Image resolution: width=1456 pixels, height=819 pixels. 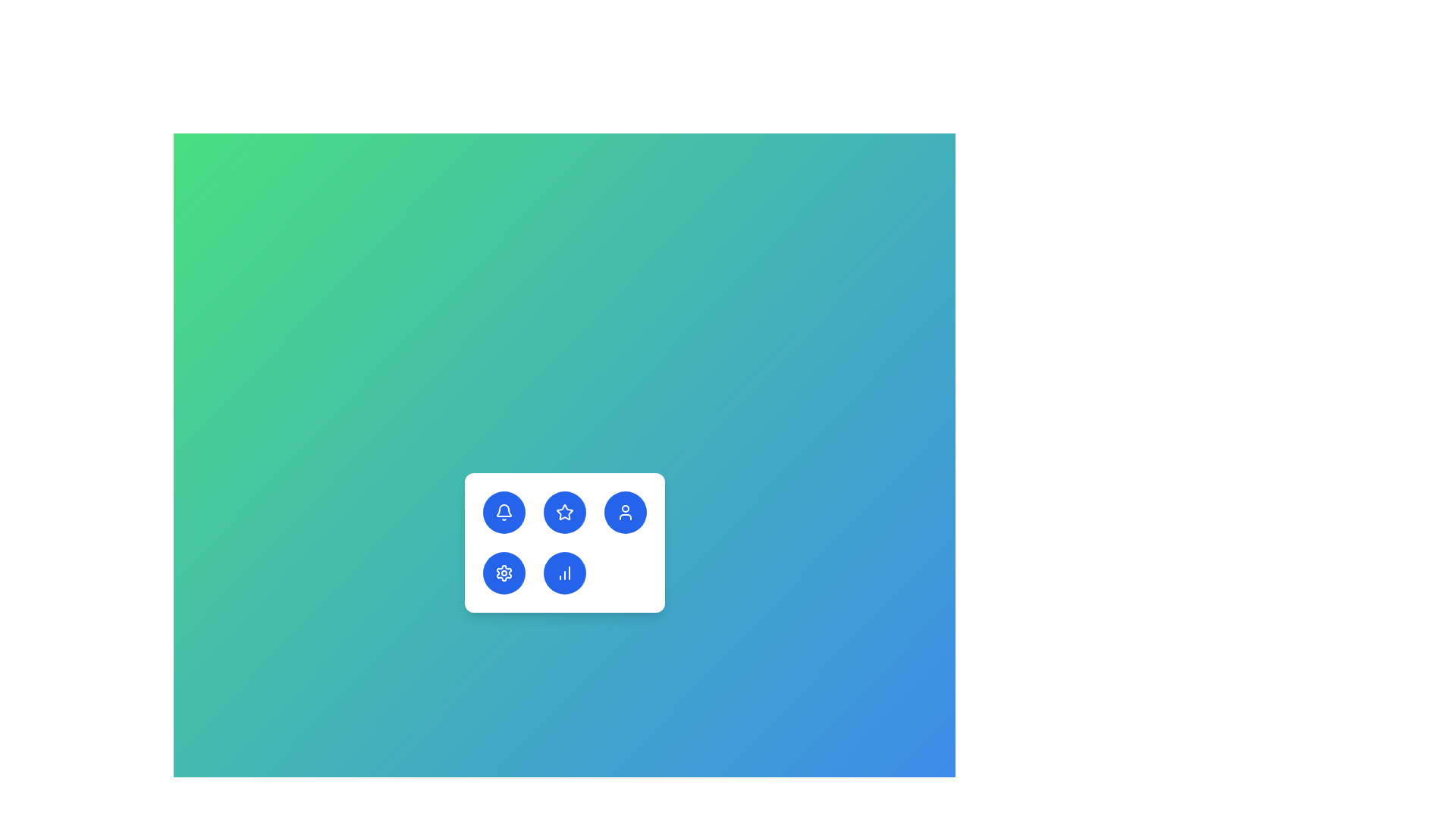 I want to click on the bell icon in the top-left corner of the grid, so click(x=504, y=512).